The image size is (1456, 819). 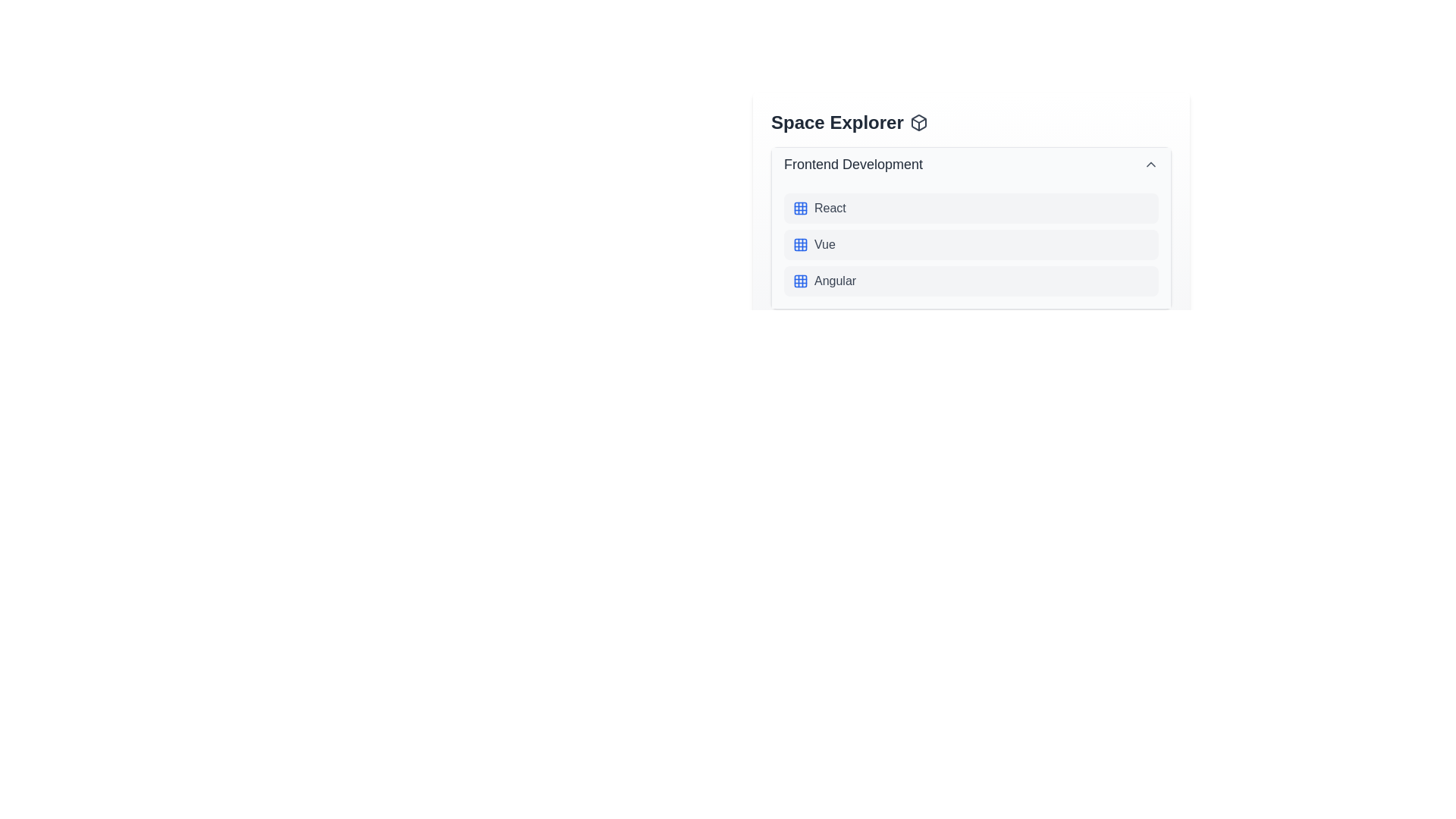 What do you see at coordinates (918, 122) in the screenshot?
I see `the small, box-shaped dark gray icon with a wireframe design located adjacent to the 'Space Explorer' text header` at bounding box center [918, 122].